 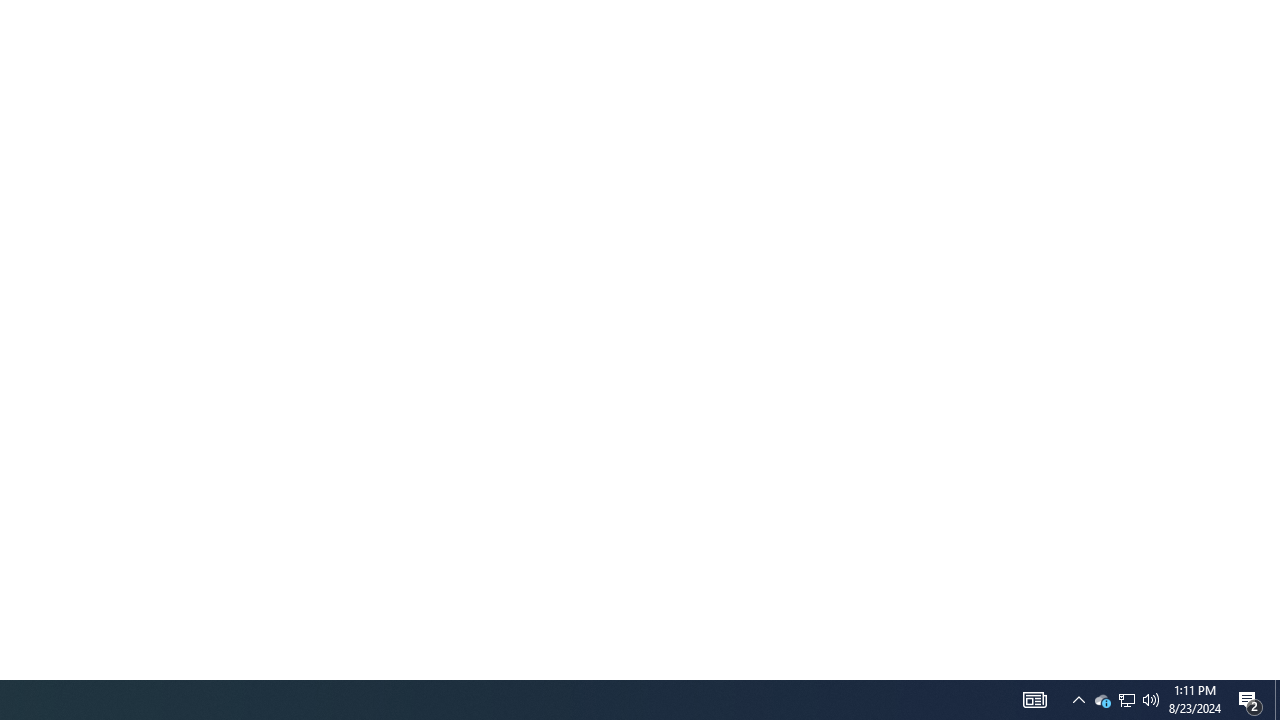 I want to click on 'User Promoted Notification Area', so click(x=1151, y=698).